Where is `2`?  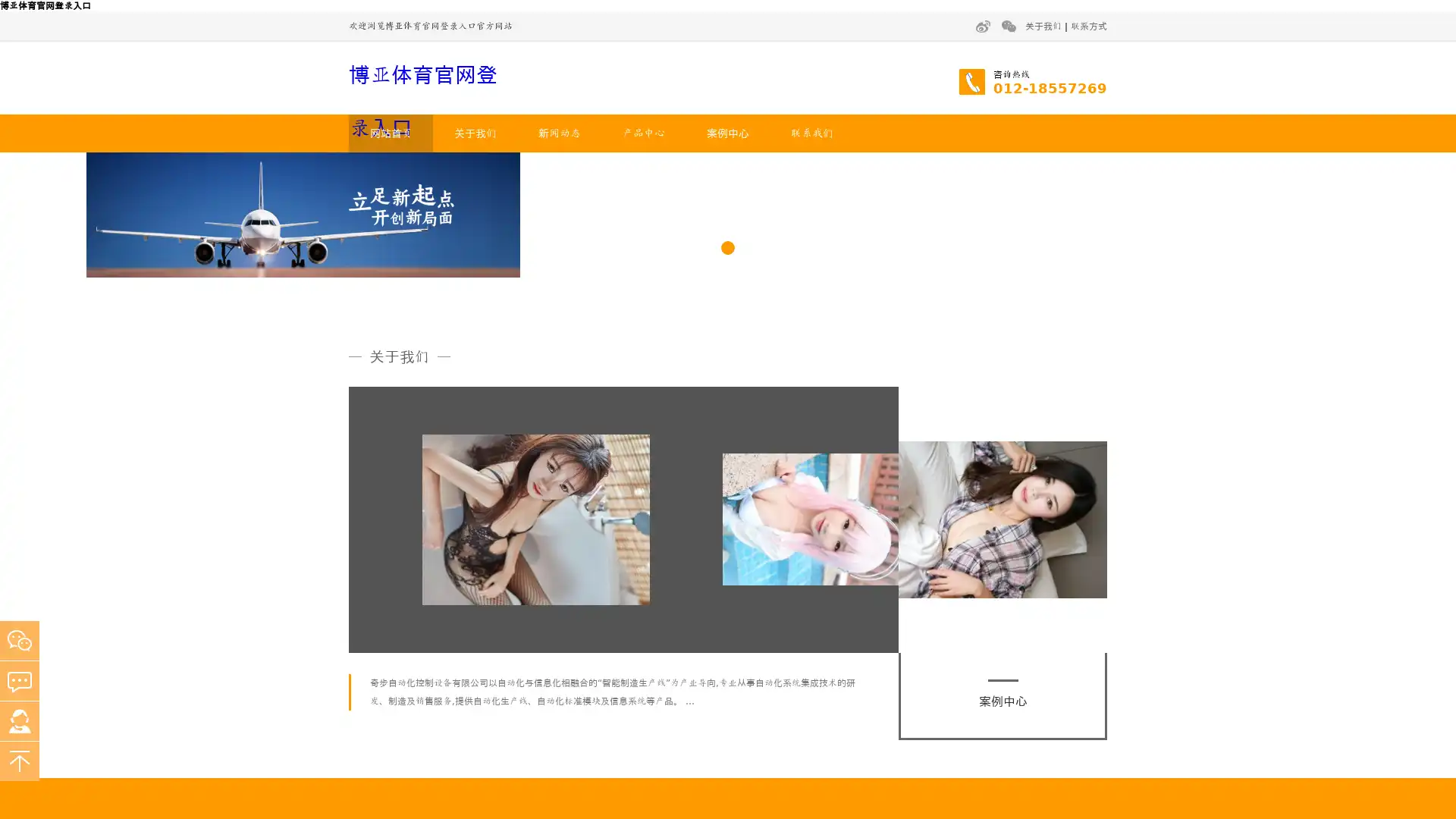
2 is located at coordinates (728, 422).